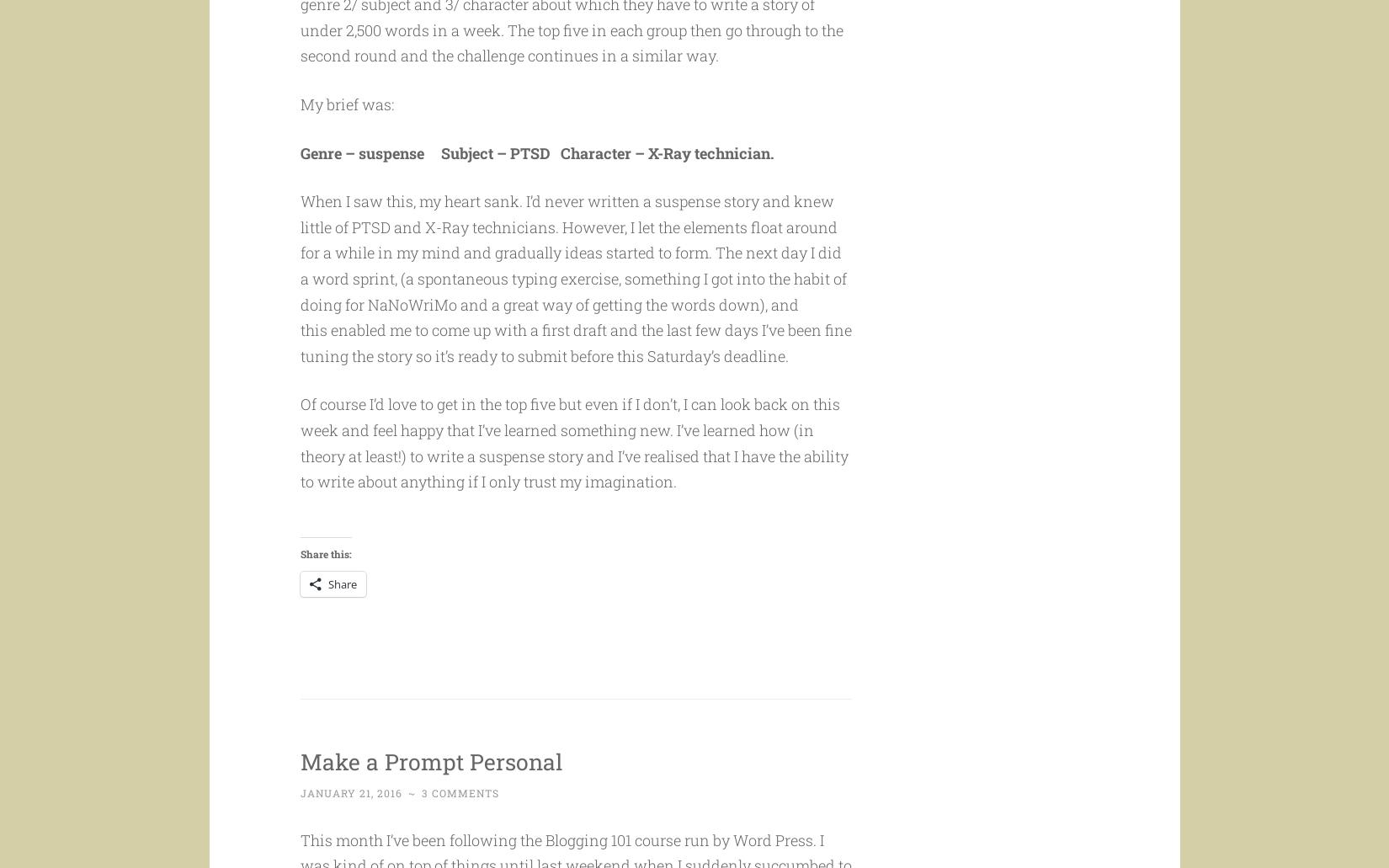 This screenshot has width=1389, height=868. Describe the element at coordinates (574, 310) in the screenshot. I see `'When I saw this, my heart sank. I’d never written a suspense story and knew little of PTSD and X-Ray technicians. However, I let the elements float around for a while in my mind and gradually ideas started to form. The next day I did a word sprint, (a spontaneous typing exercise, something I got into the habit of doing for NaNoWriMo and a great way of getting the words down), and this enabled me to come up with a first draft and the last few days I’ve been fine tuning the story so it’s ready to submit before this Saturday’s deadline.'` at that location.